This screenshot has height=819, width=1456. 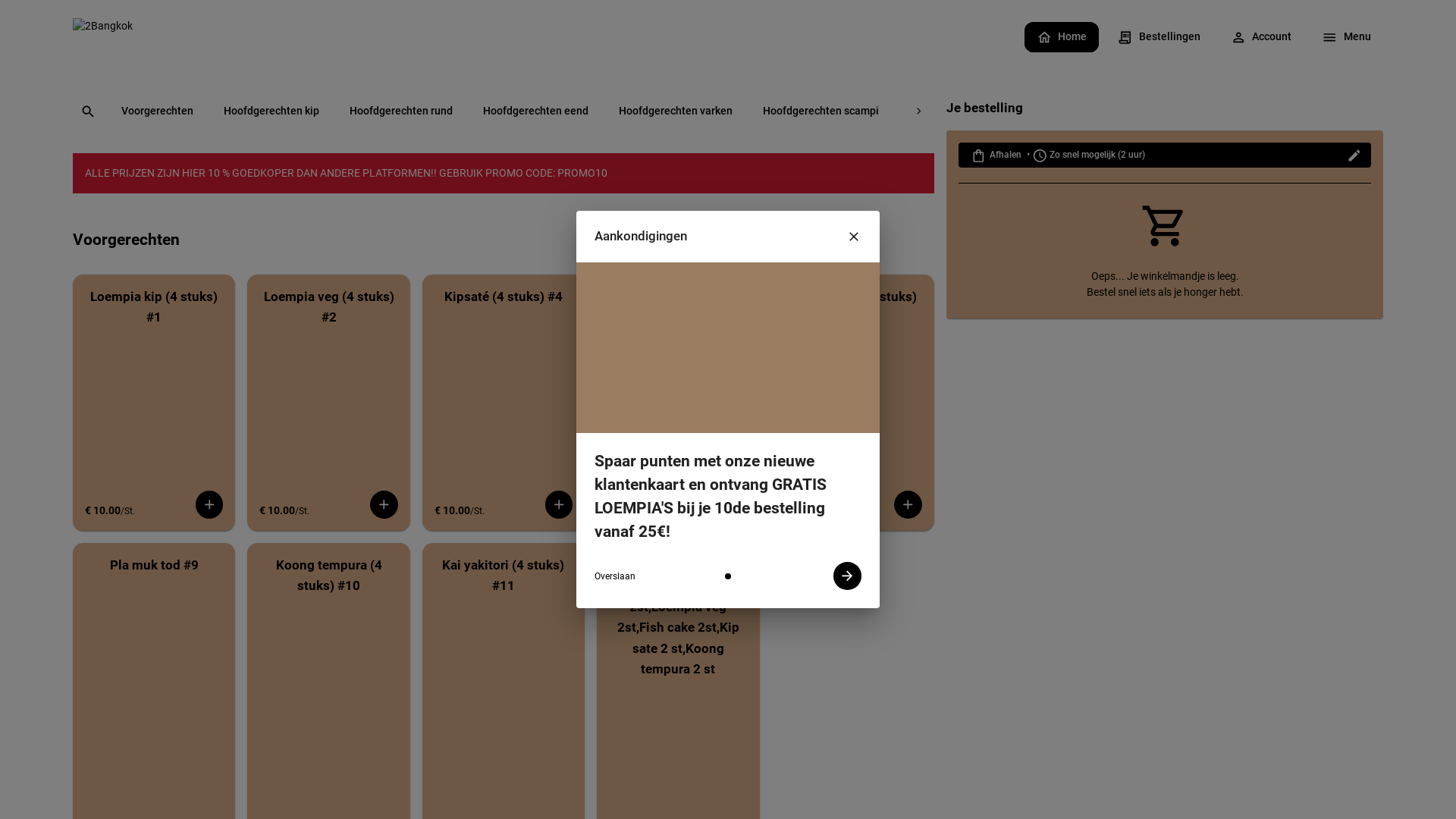 What do you see at coordinates (108, 111) in the screenshot?
I see `'Voorgerechten'` at bounding box center [108, 111].